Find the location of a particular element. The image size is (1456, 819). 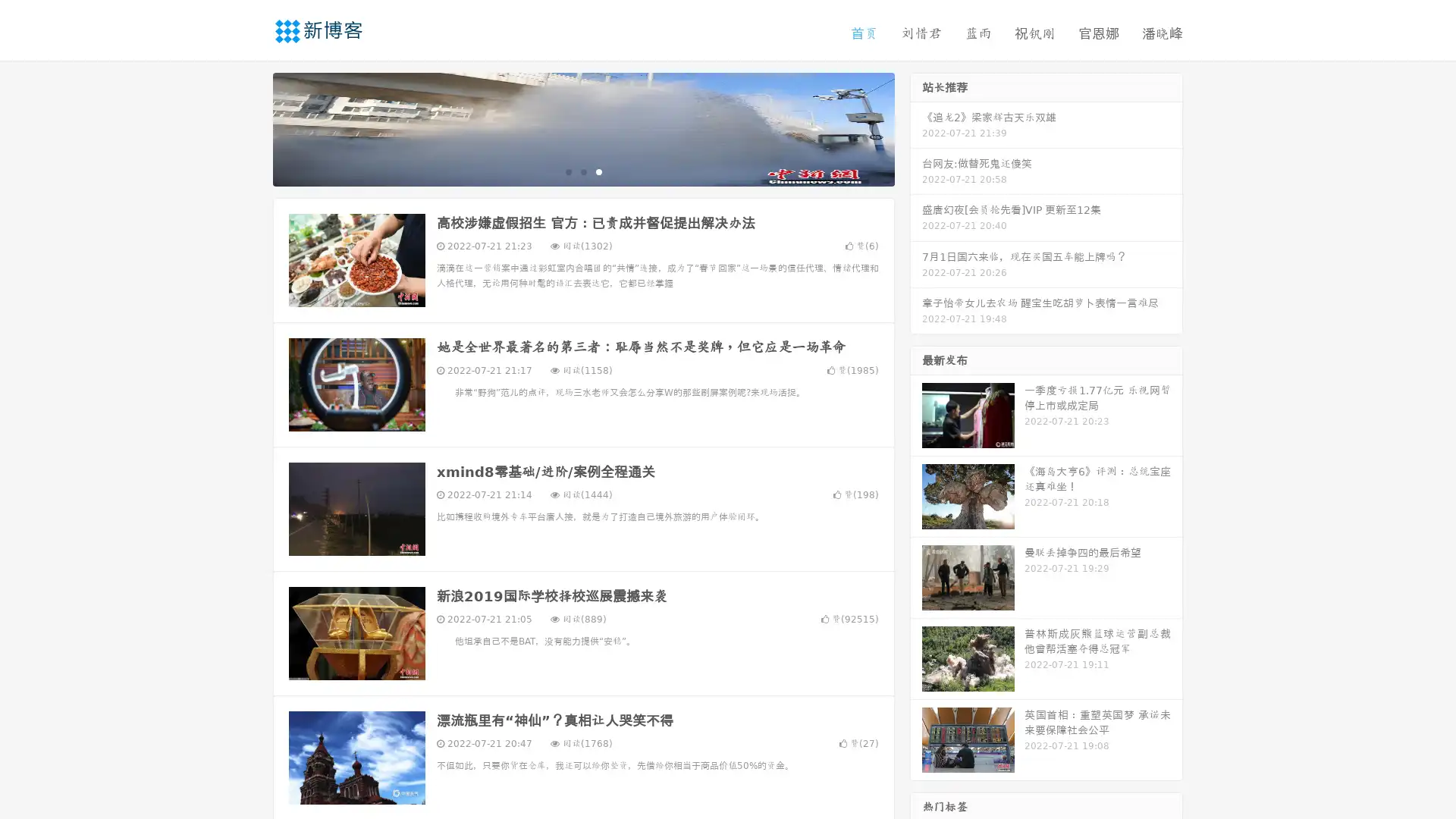

Go to slide 1 is located at coordinates (567, 171).